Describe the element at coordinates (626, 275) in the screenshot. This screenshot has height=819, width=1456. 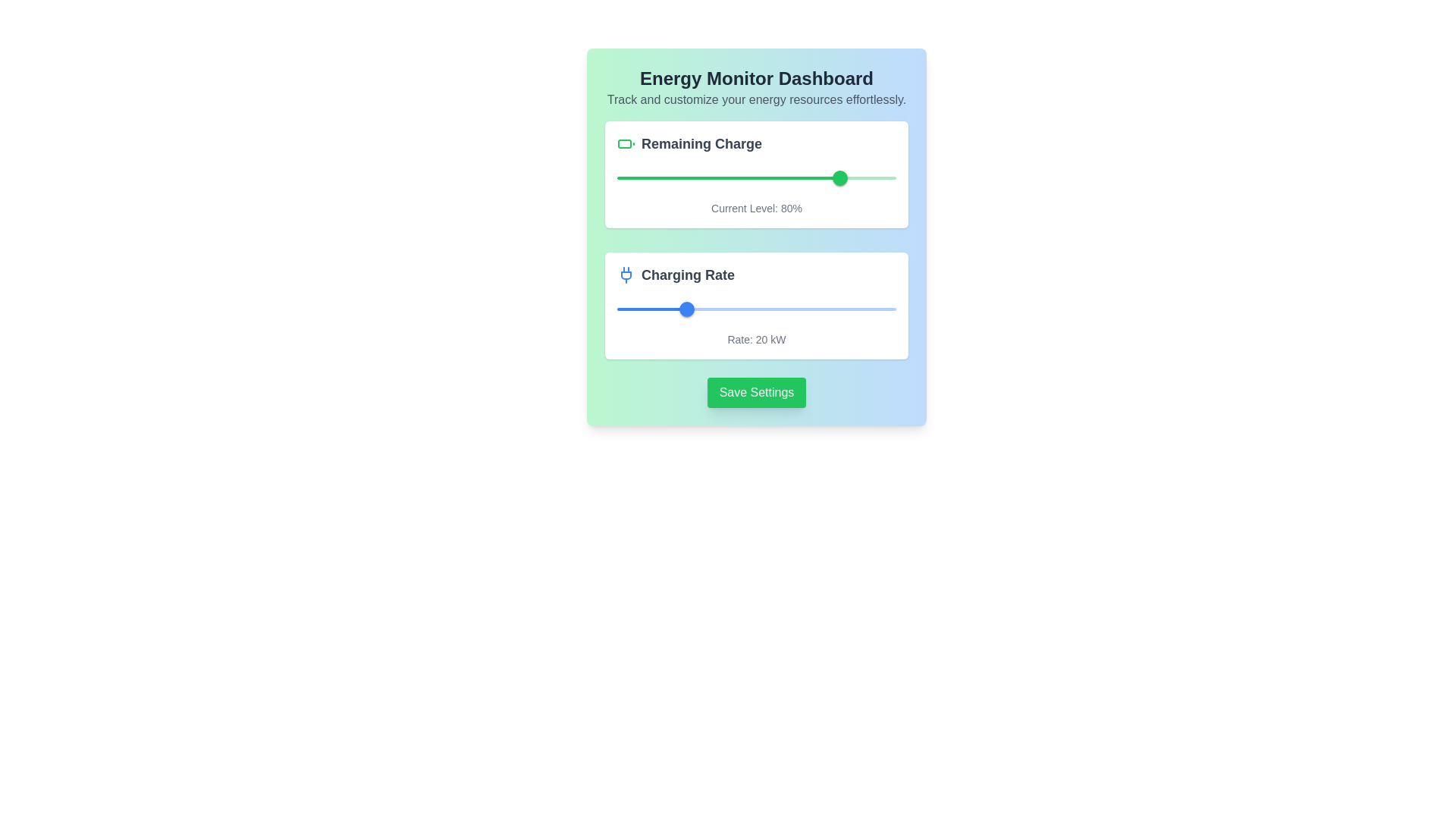
I see `the decorative plug icon that visually identifies the charging rate section, located to the left of the 'Charging Rate' label` at that location.